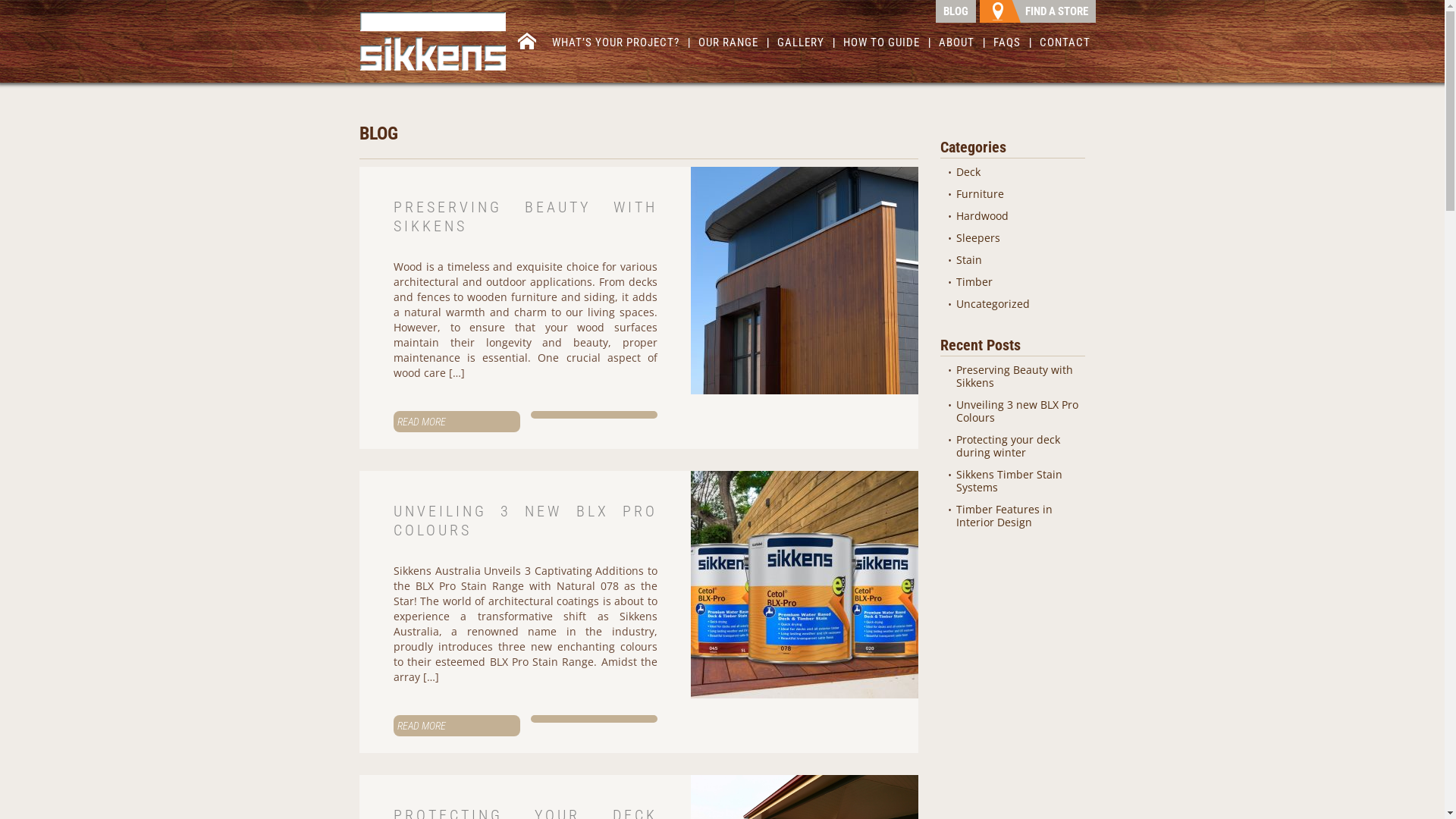 The width and height of the screenshot is (1456, 819). I want to click on 'HOME', so click(527, 42).